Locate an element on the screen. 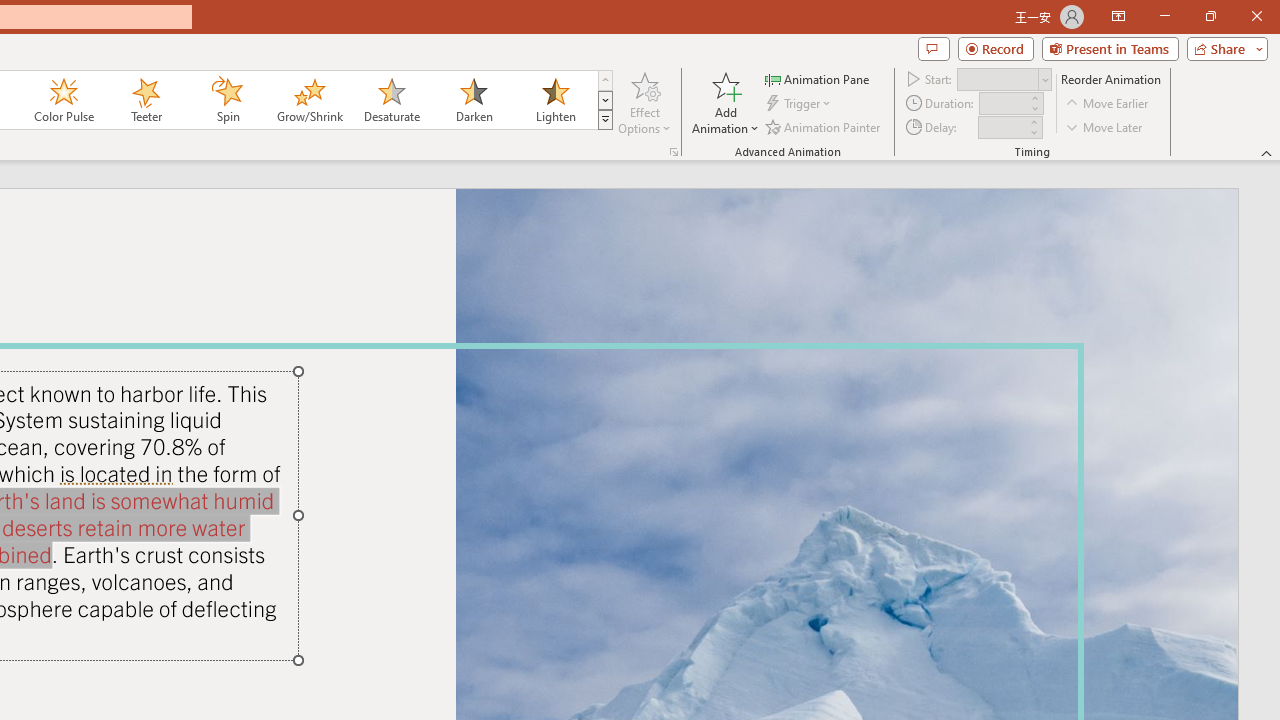 The height and width of the screenshot is (720, 1280). 'Desaturate' is located at coordinates (391, 100).